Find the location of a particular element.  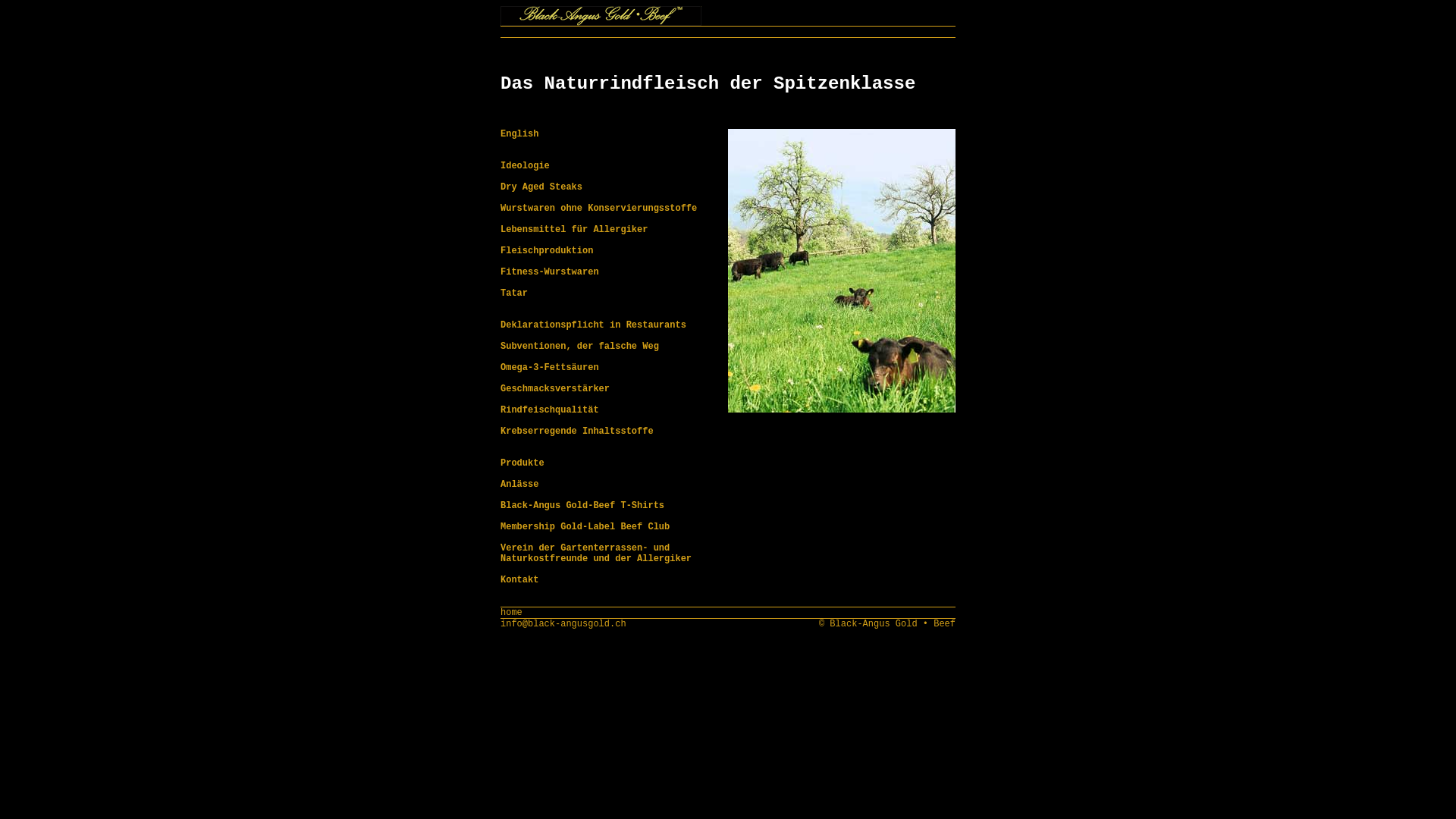

'Kontakt' is located at coordinates (519, 579).